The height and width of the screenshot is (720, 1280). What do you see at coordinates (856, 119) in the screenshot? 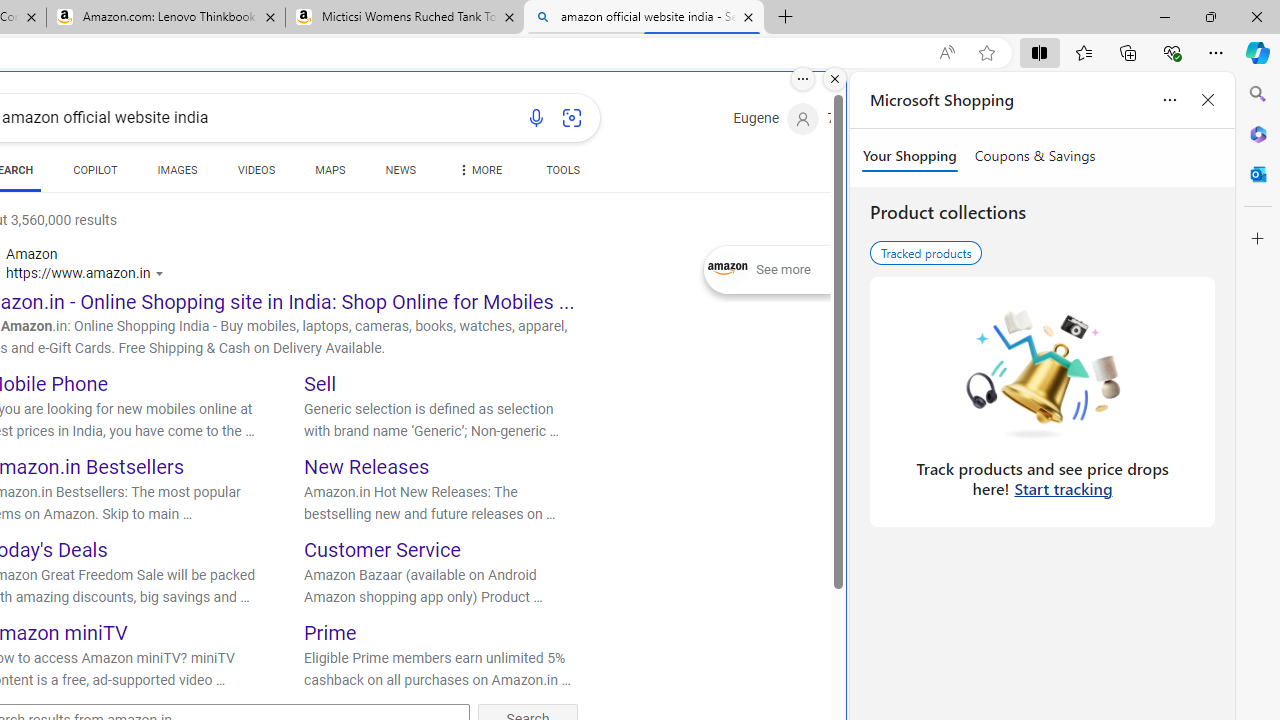
I see `'Microsoft Rewards 72'` at bounding box center [856, 119].